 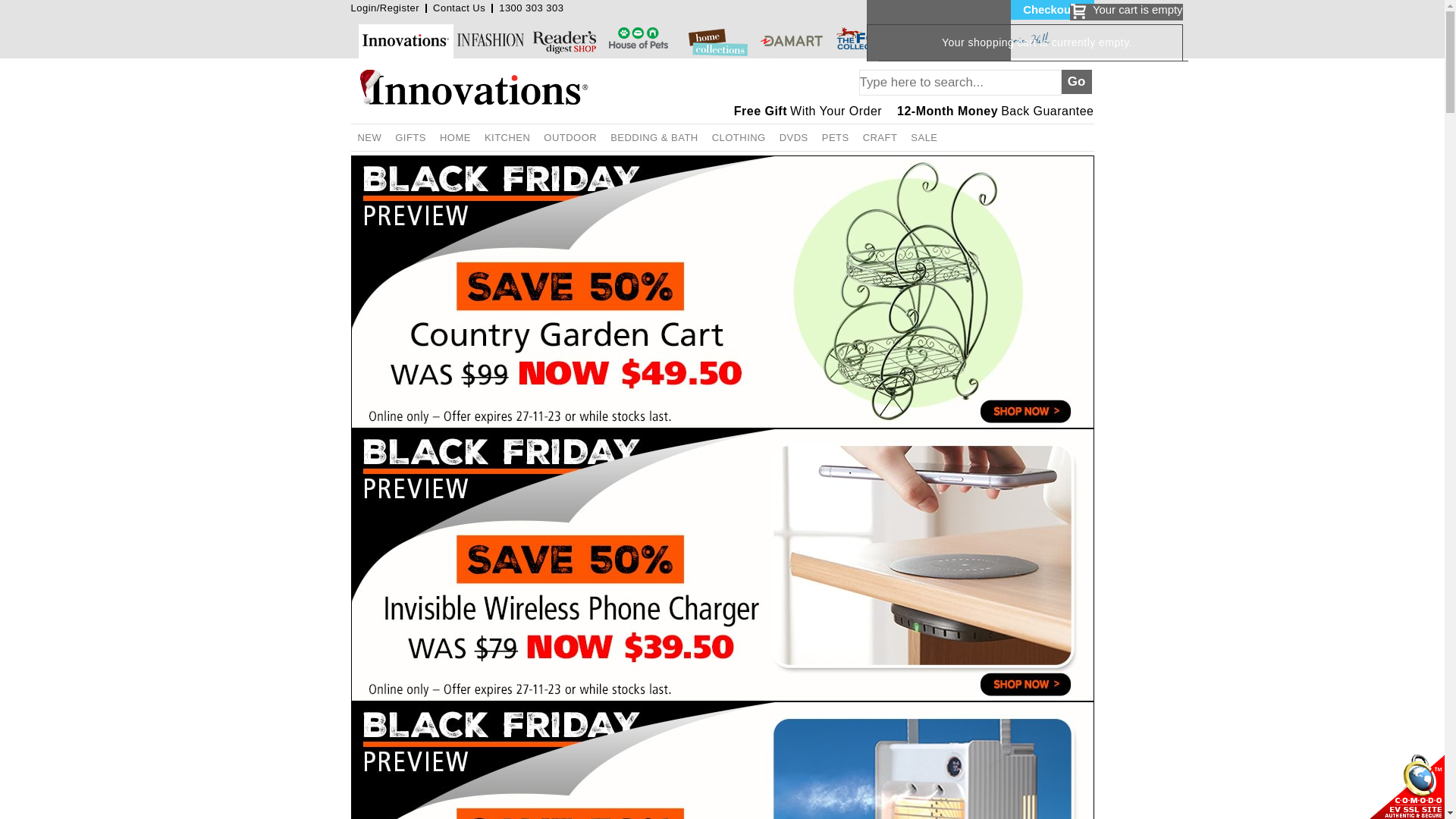 What do you see at coordinates (349, 137) in the screenshot?
I see `'NEW'` at bounding box center [349, 137].